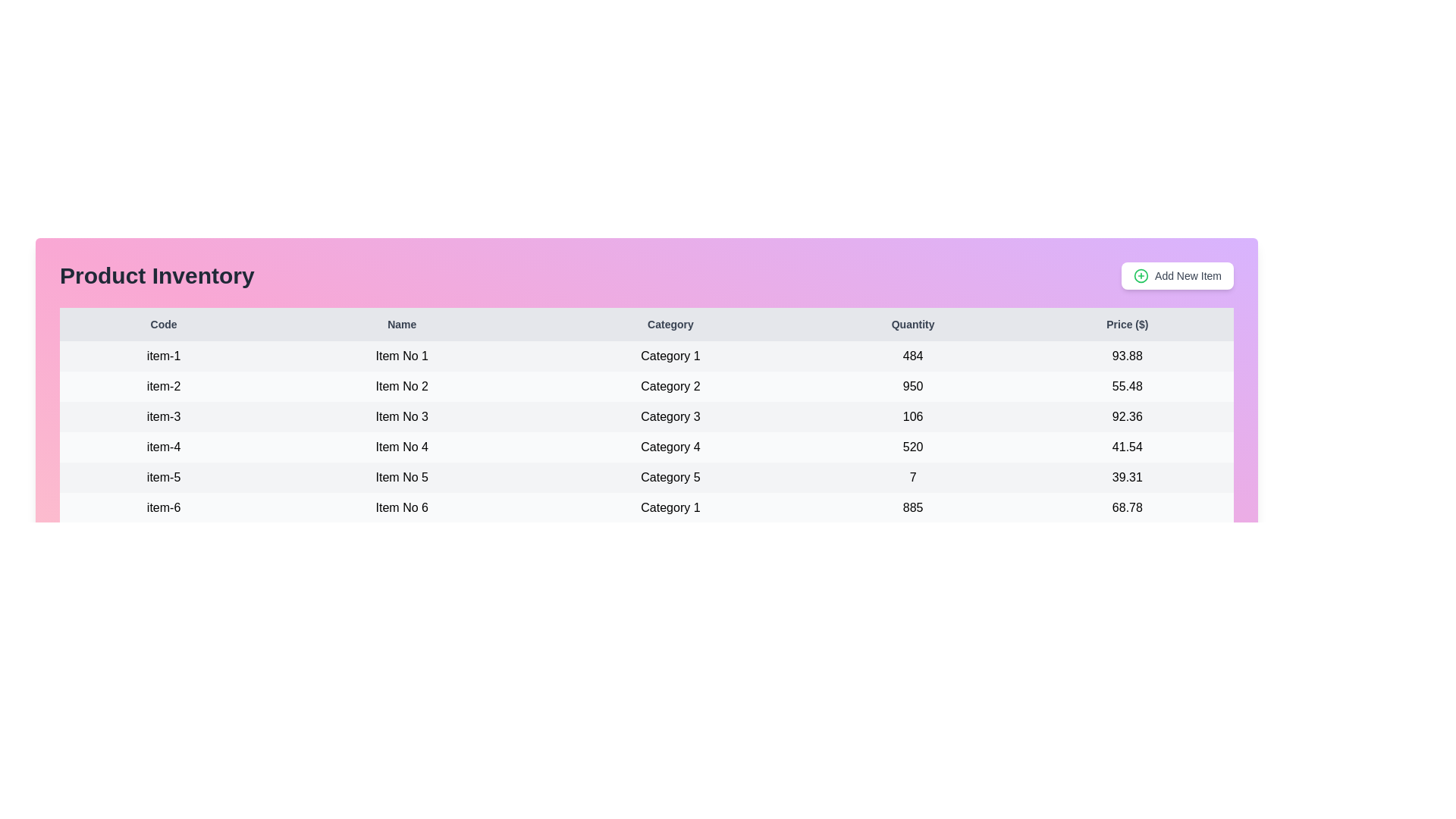 This screenshot has height=819, width=1456. What do you see at coordinates (164, 324) in the screenshot?
I see `the table header Code to observe sorting functionality` at bounding box center [164, 324].